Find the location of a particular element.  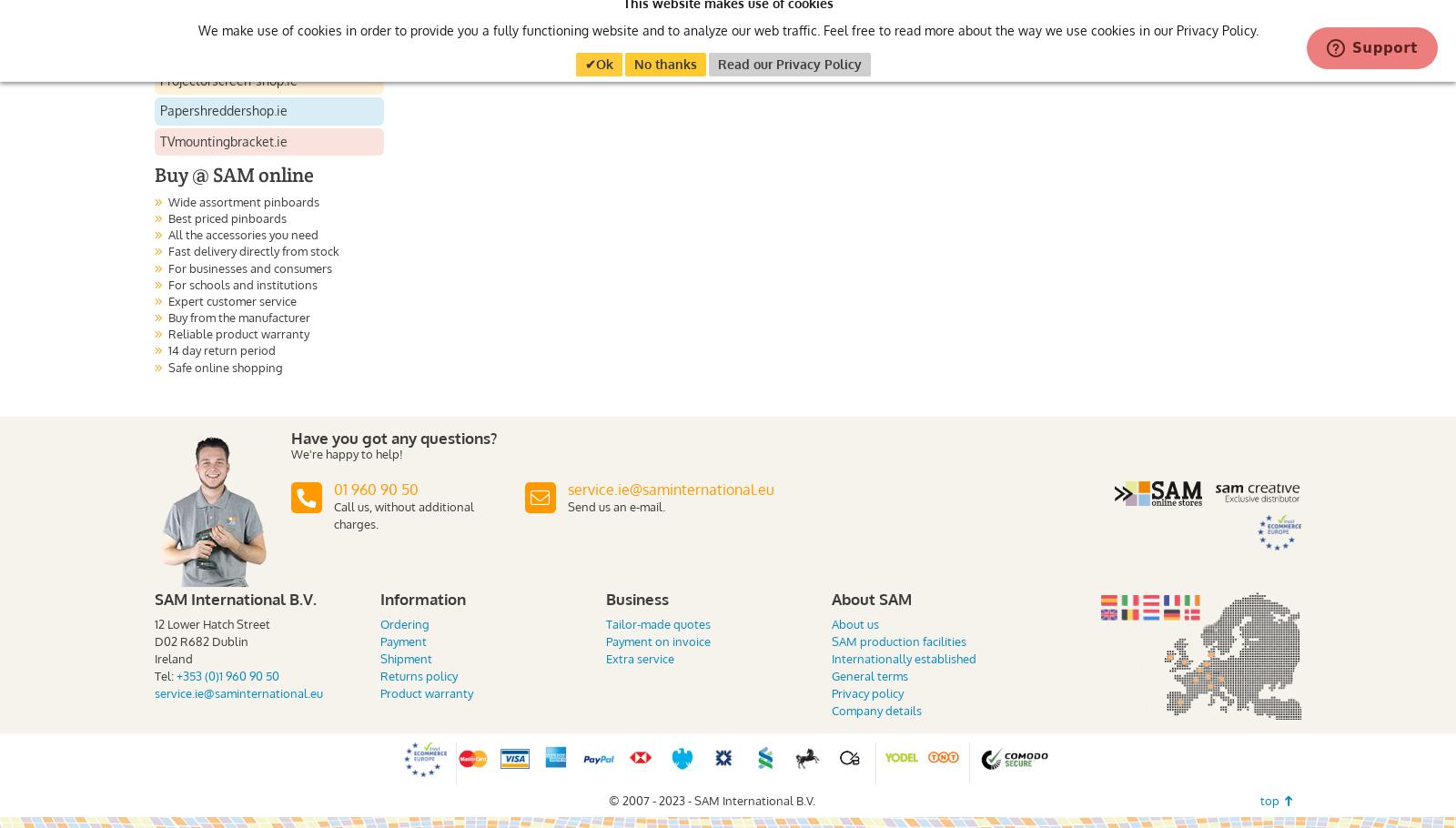

'top' is located at coordinates (1259, 800).